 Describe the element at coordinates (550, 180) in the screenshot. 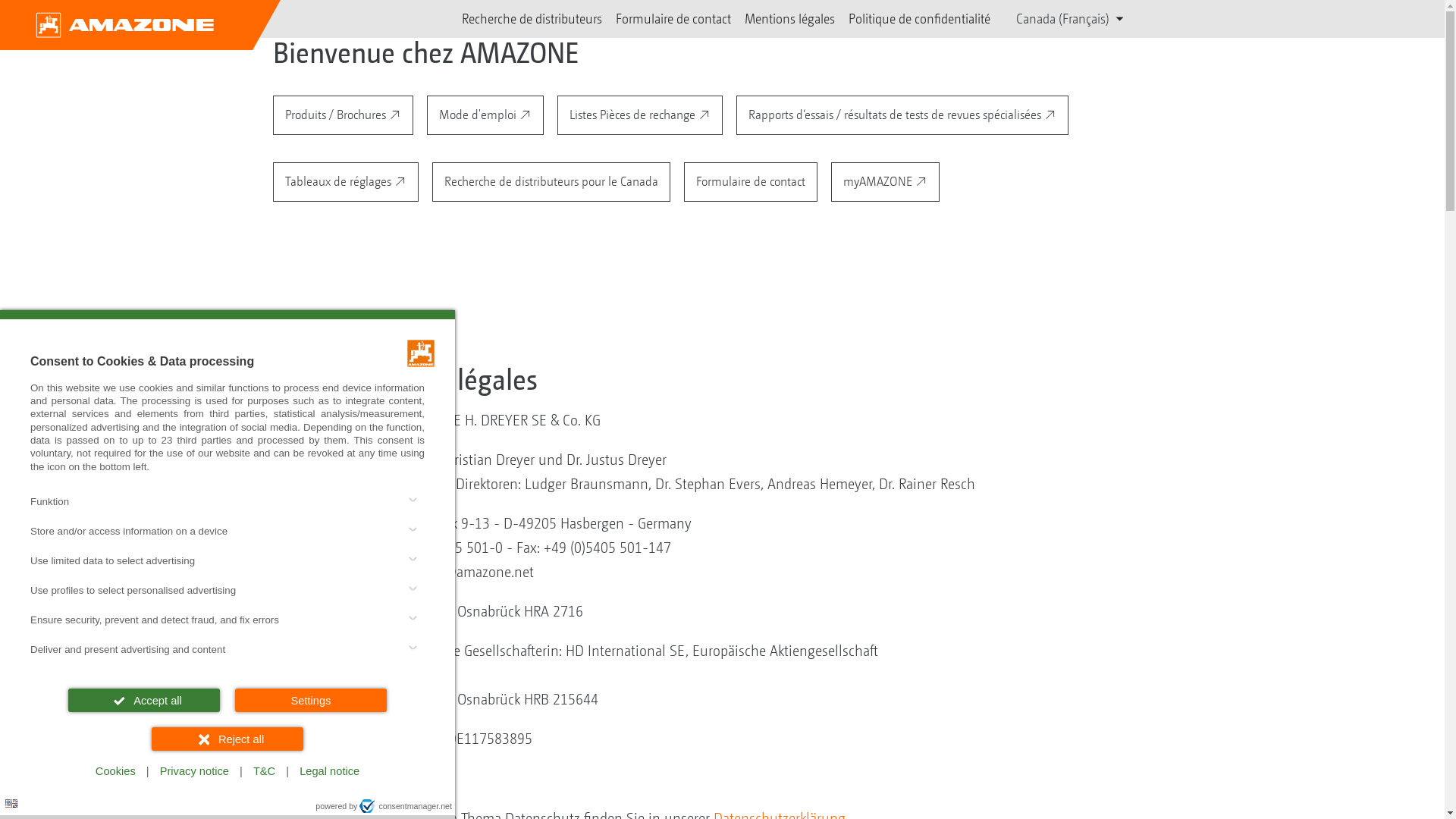

I see `'Recherche de distributeurs pour le Canada'` at that location.